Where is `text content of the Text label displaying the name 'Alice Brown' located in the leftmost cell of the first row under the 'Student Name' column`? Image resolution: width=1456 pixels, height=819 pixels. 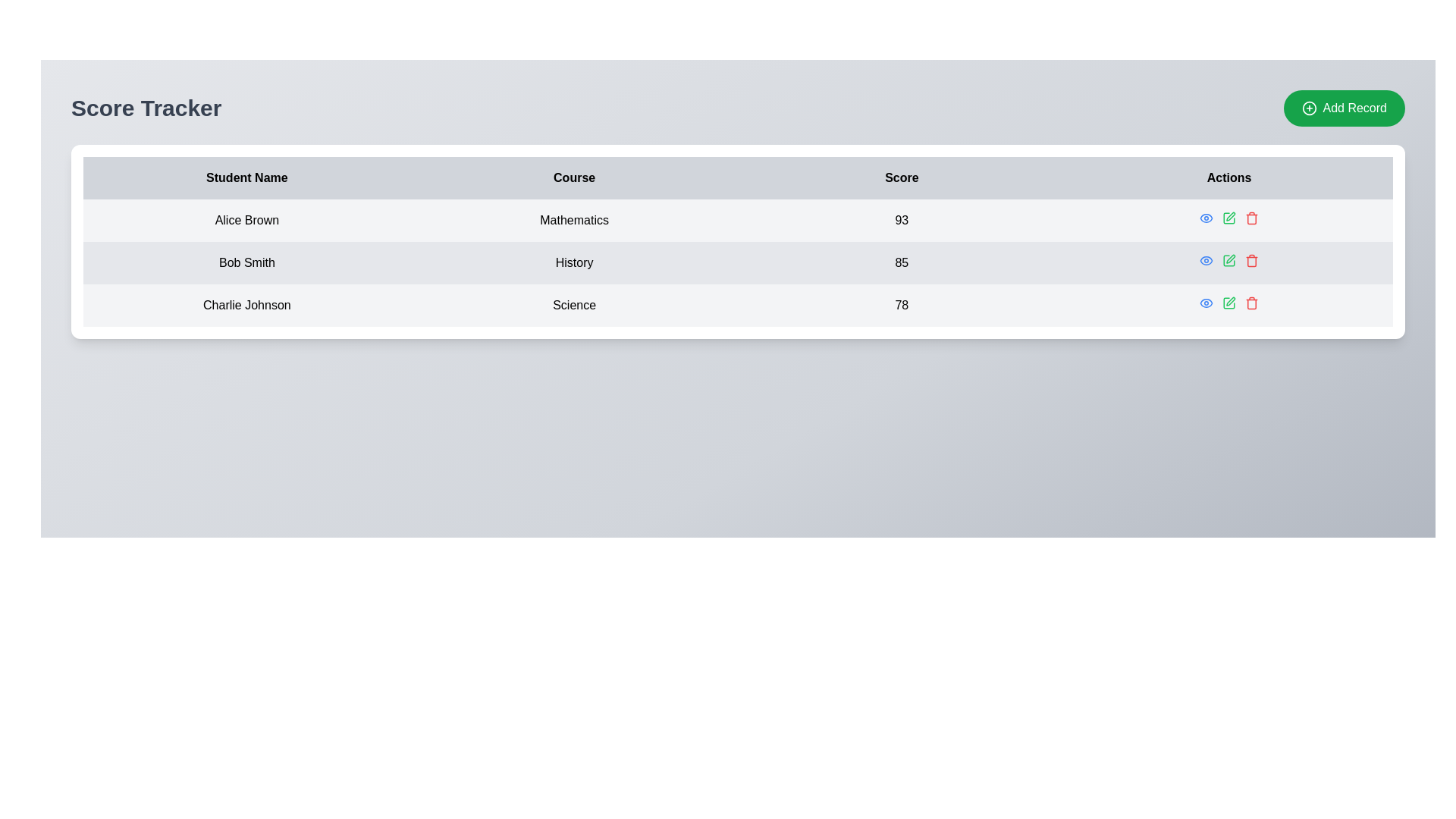 text content of the Text label displaying the name 'Alice Brown' located in the leftmost cell of the first row under the 'Student Name' column is located at coordinates (246, 220).